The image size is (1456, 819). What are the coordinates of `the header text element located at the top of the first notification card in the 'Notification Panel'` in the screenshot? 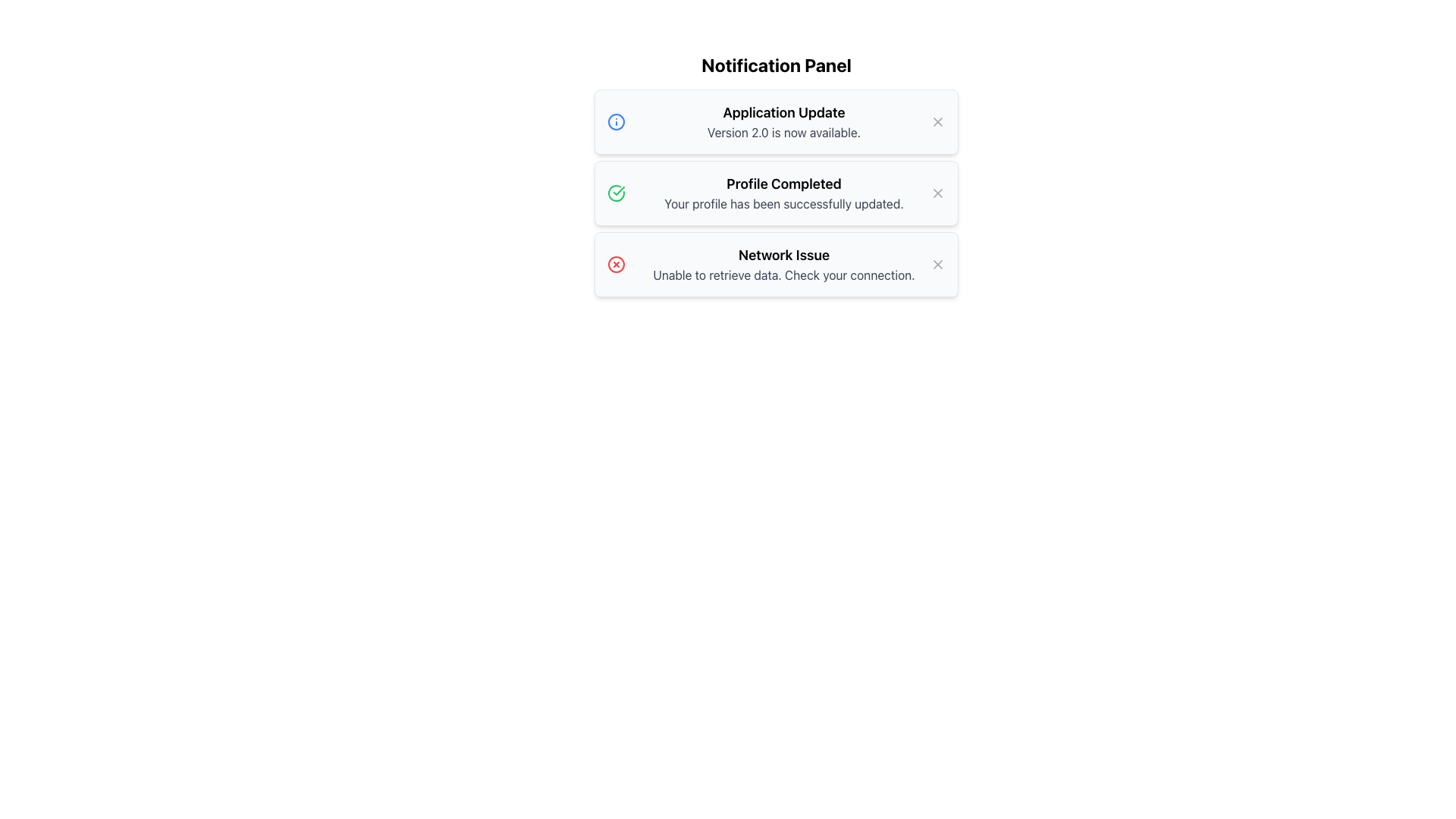 It's located at (783, 112).